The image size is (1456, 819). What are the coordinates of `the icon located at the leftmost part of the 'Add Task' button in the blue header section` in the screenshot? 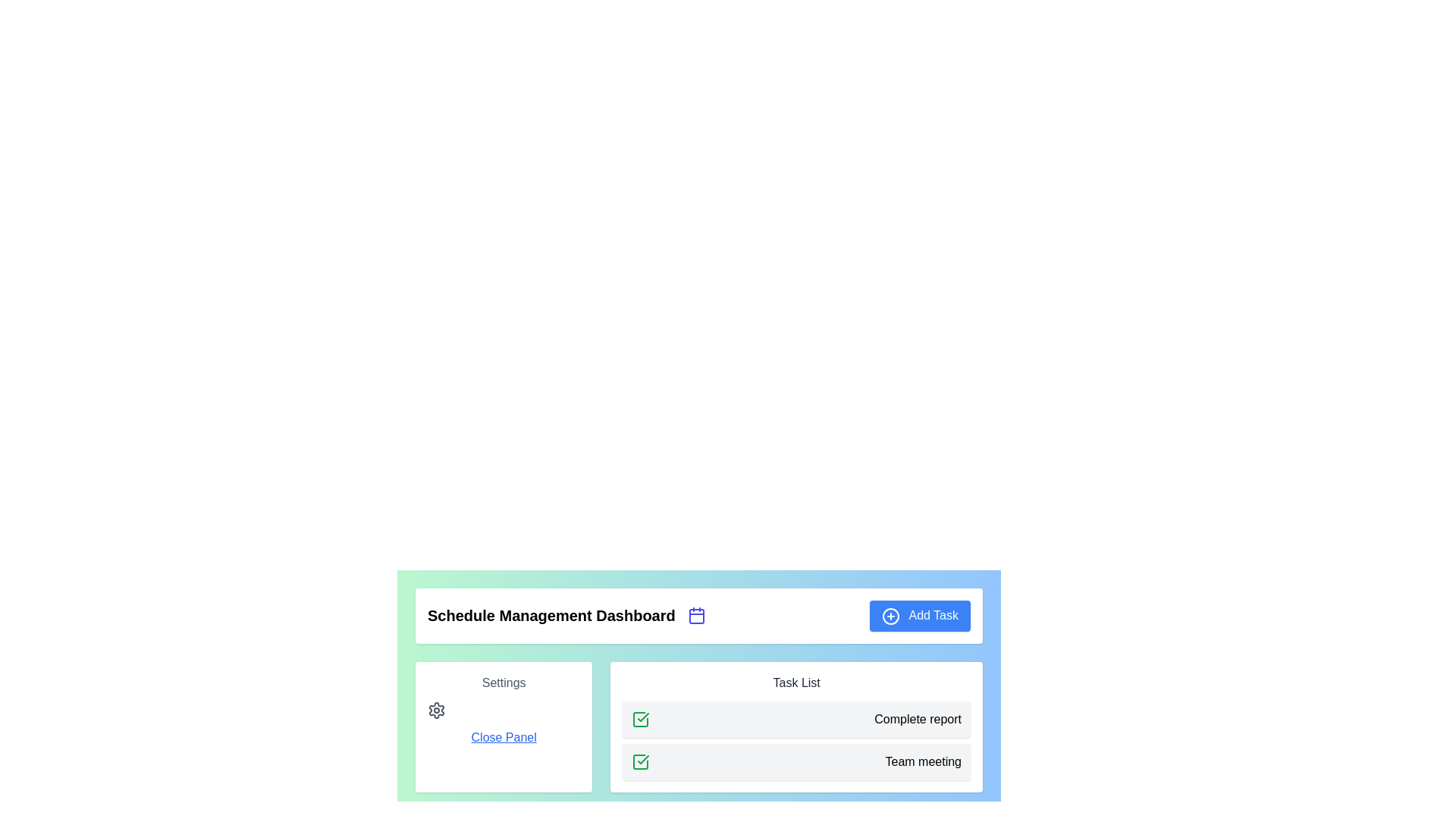 It's located at (890, 616).